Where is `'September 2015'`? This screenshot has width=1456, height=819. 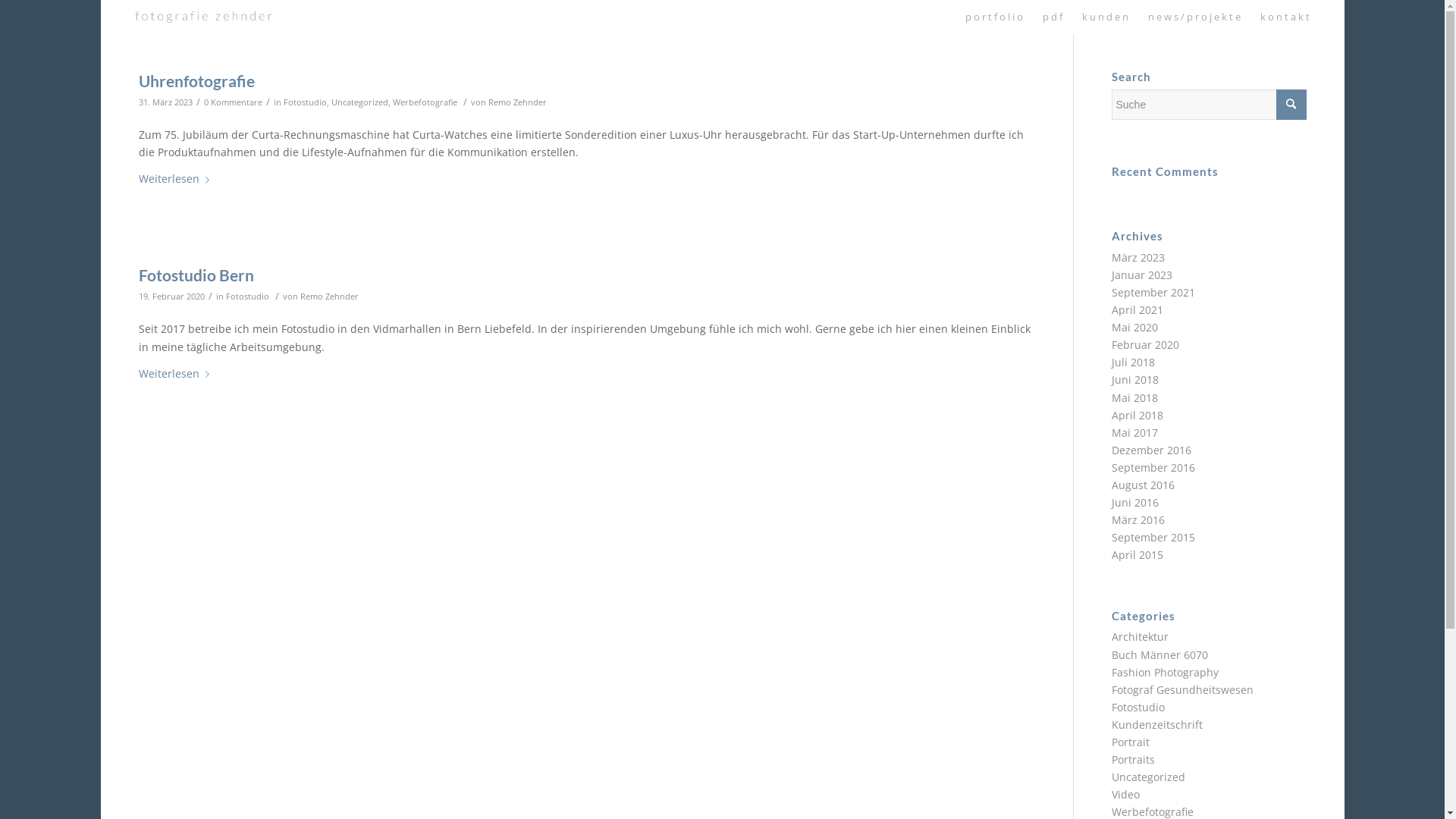 'September 2015' is located at coordinates (1153, 536).